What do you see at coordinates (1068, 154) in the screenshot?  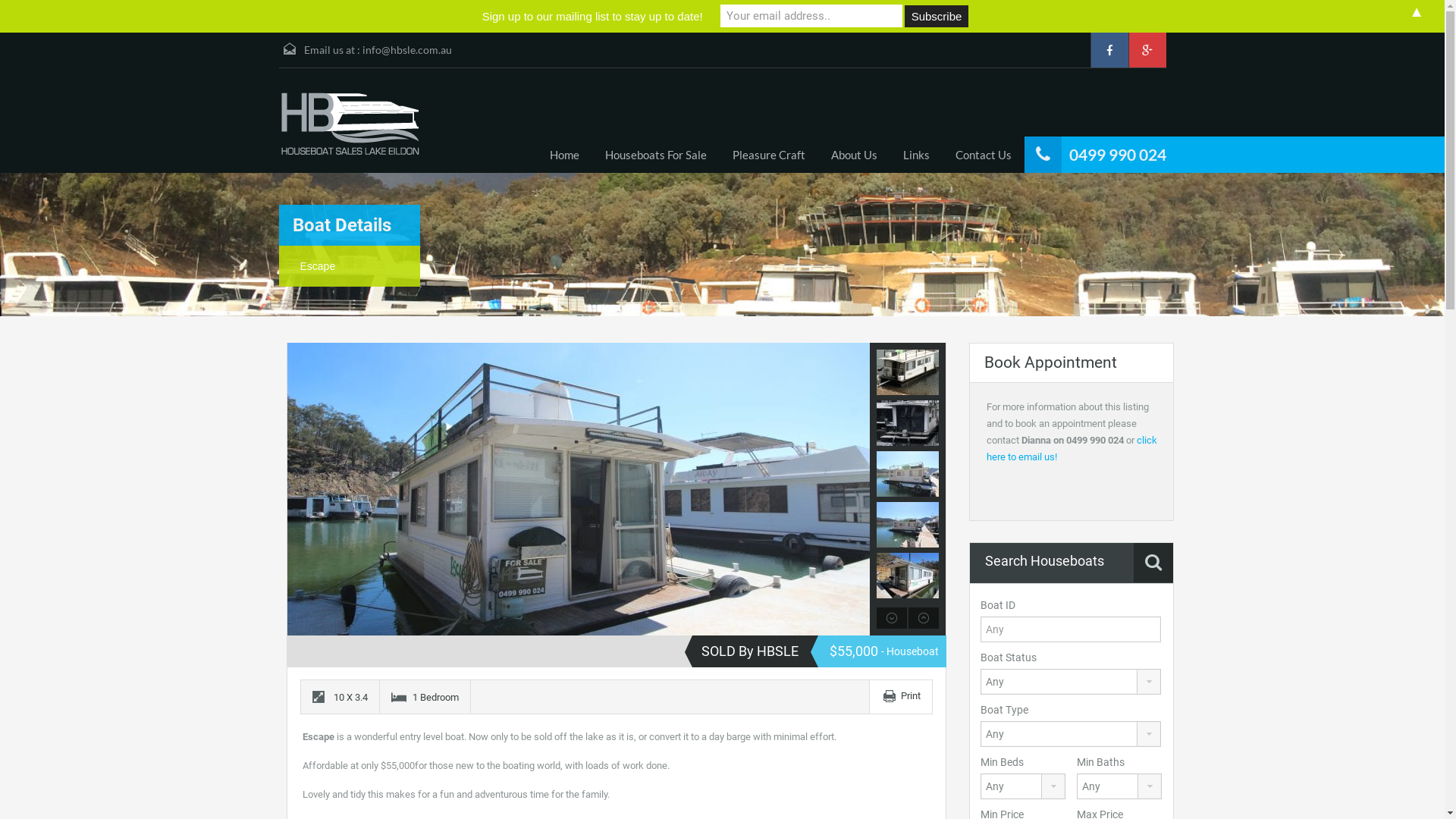 I see `'0499 990 024'` at bounding box center [1068, 154].